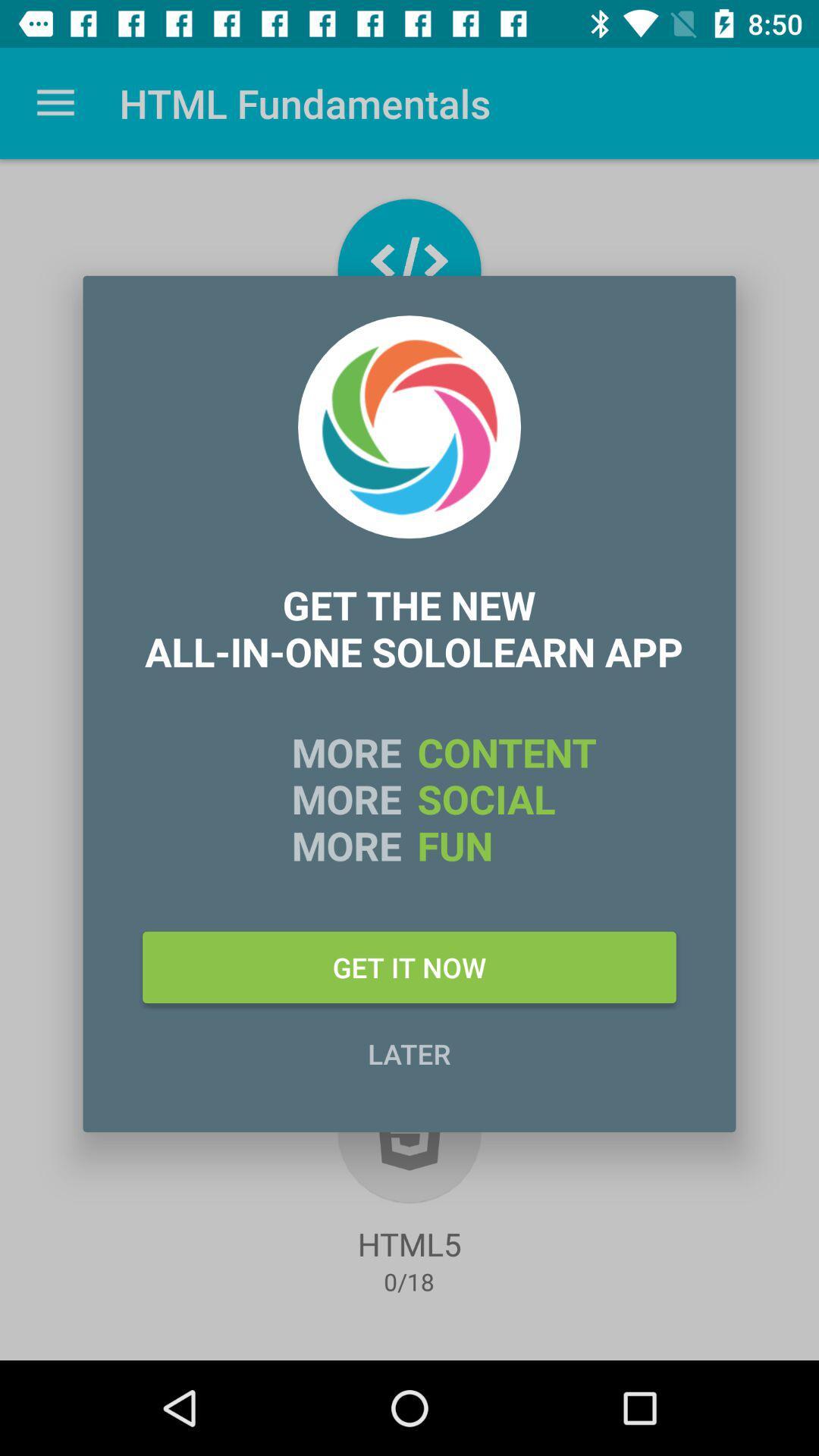 The image size is (819, 1456). What do you see at coordinates (409, 1053) in the screenshot?
I see `later icon` at bounding box center [409, 1053].